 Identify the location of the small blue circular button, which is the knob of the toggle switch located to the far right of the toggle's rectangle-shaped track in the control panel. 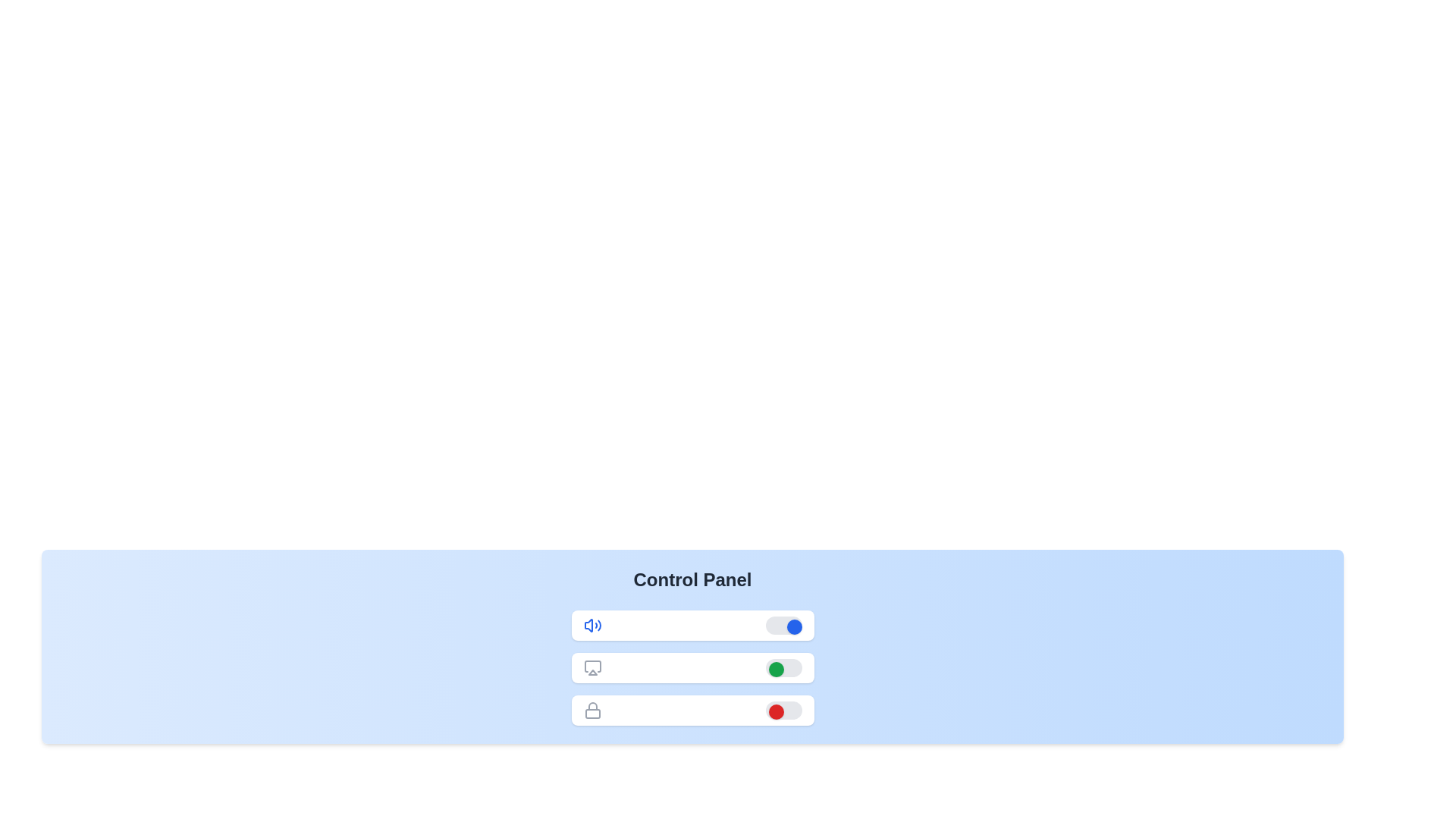
(793, 626).